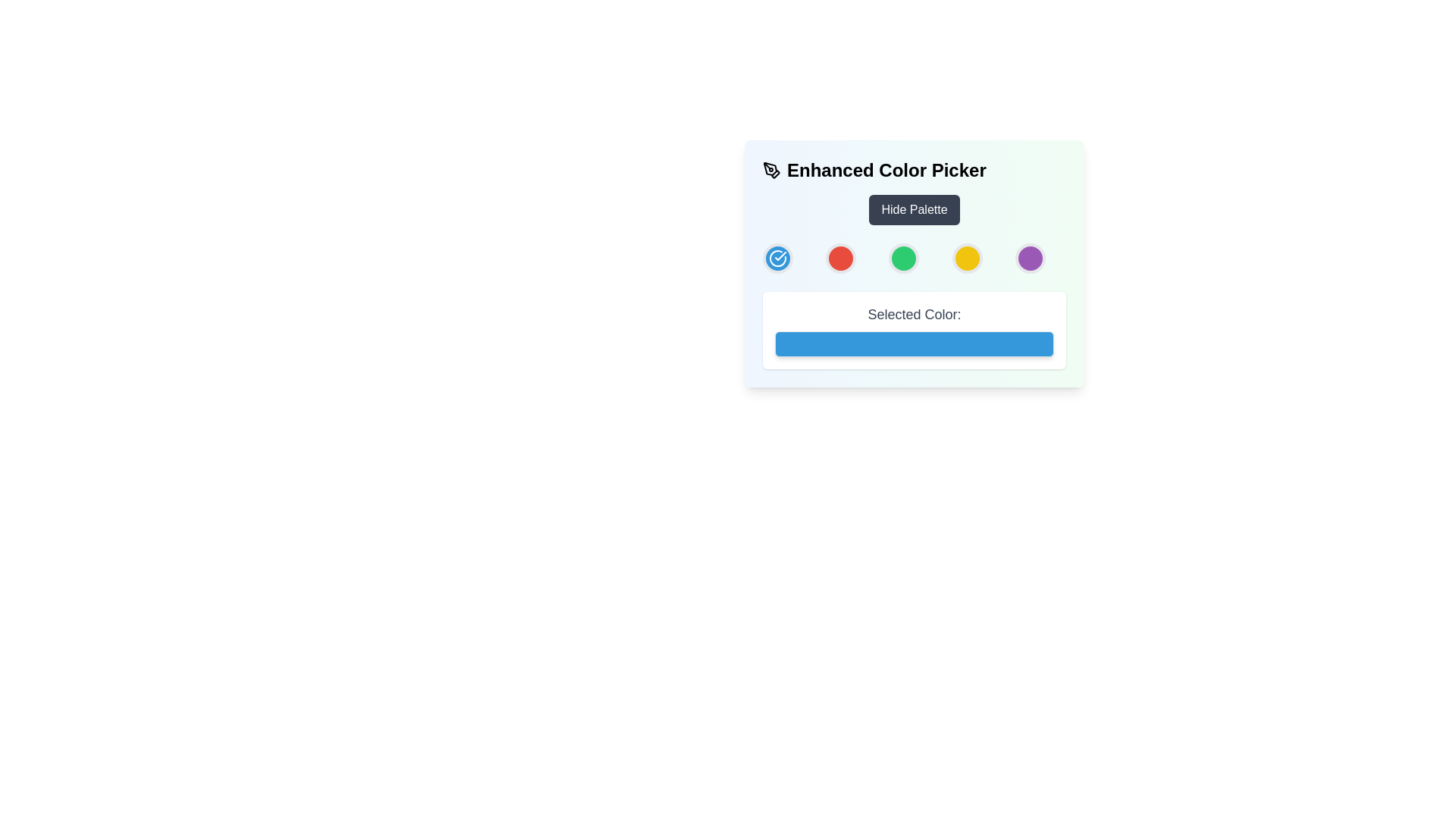 This screenshot has height=819, width=1456. I want to click on the circular button with a blue background and a white check mark icon, located below the 'Enhanced Color Picker' header, so click(778, 257).